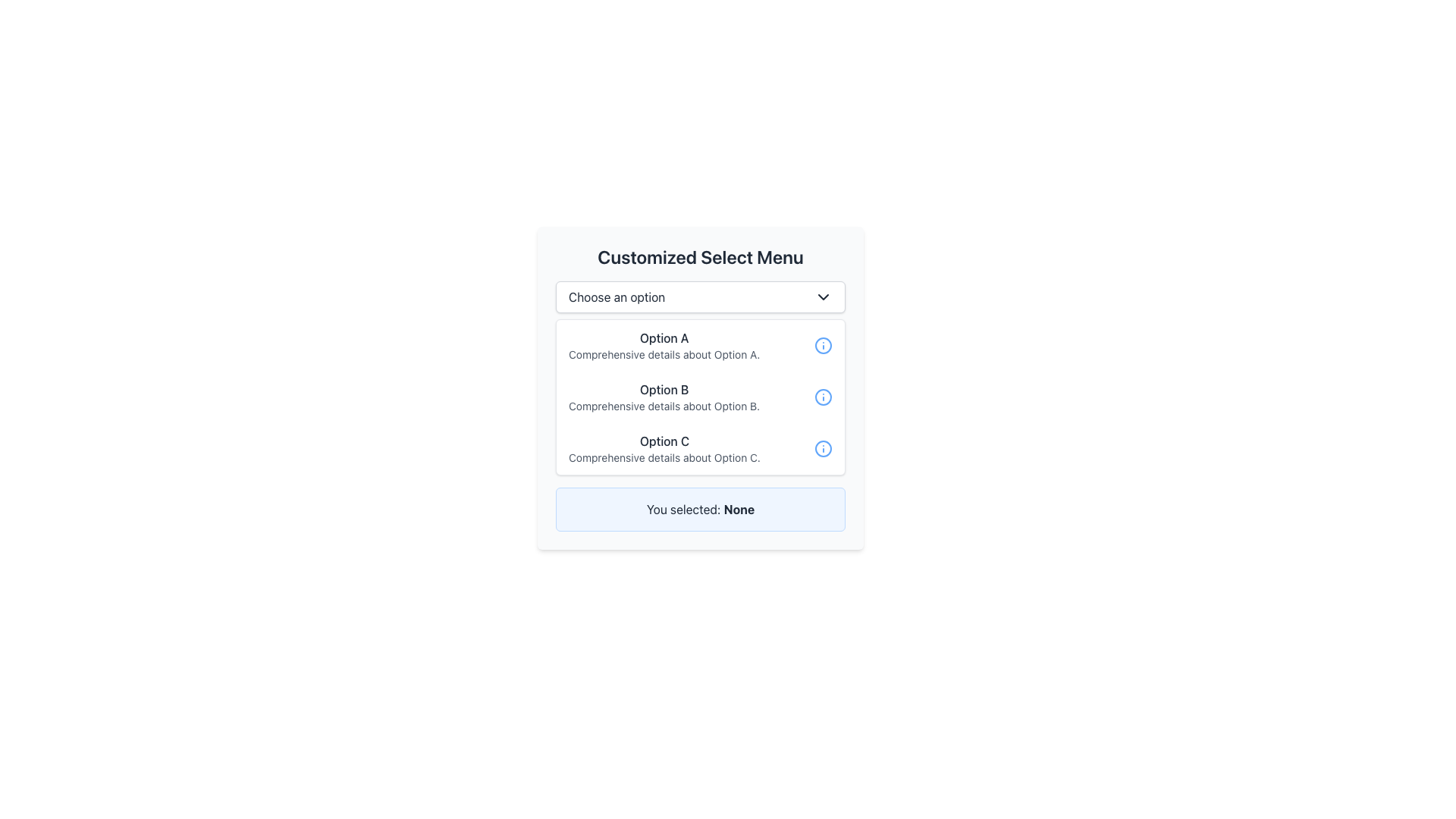 The height and width of the screenshot is (819, 1456). I want to click on the static display text that provides feedback about the user's selection, located at the bottom of a card-like component beneath the dropdown options, so click(700, 509).